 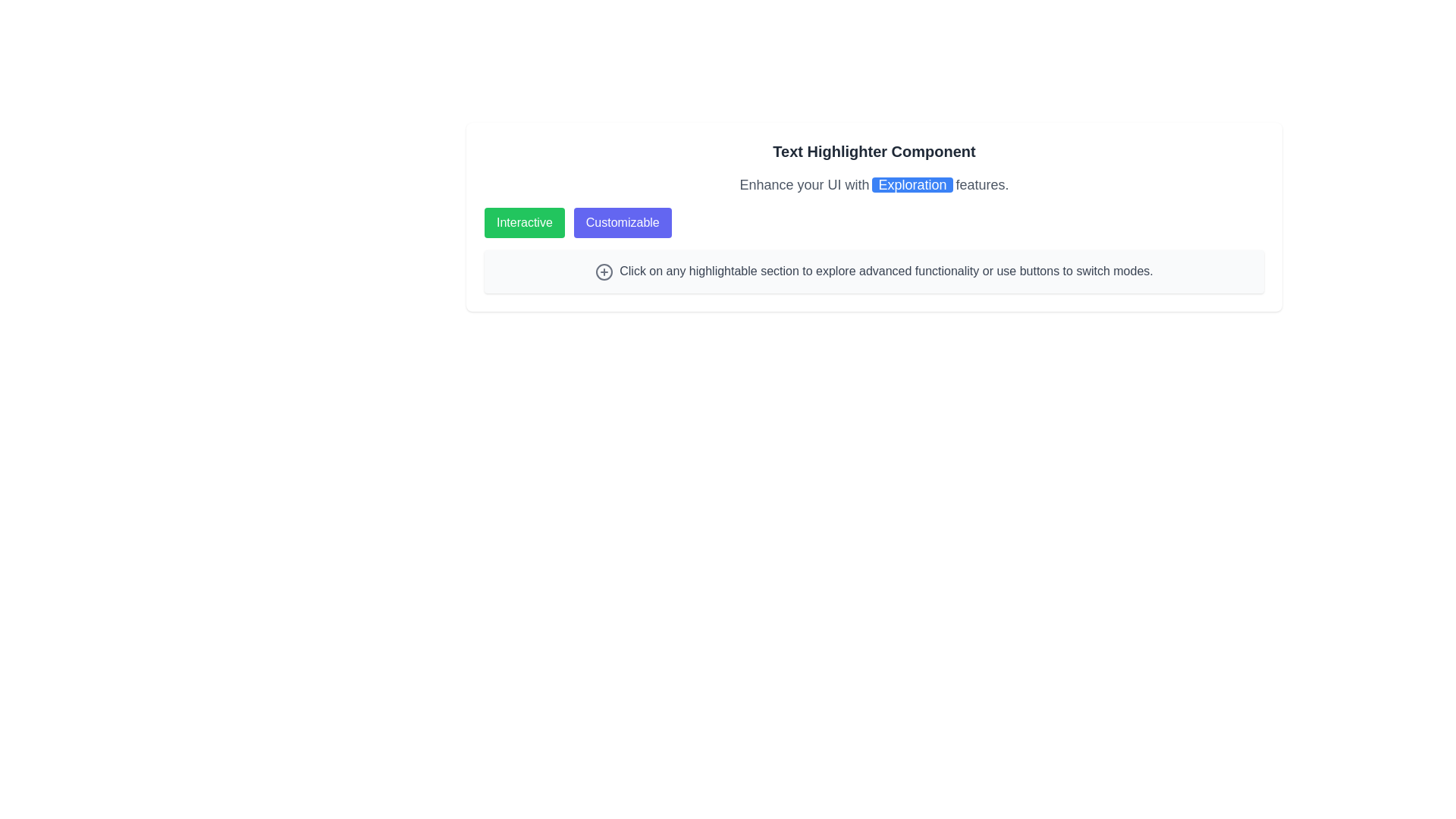 I want to click on the circular icon with a '+' symbol, which is styled with thin, gray-colored strokes, located at the beginning of the sentence: 'Click on any highlightable section, so click(x=604, y=271).